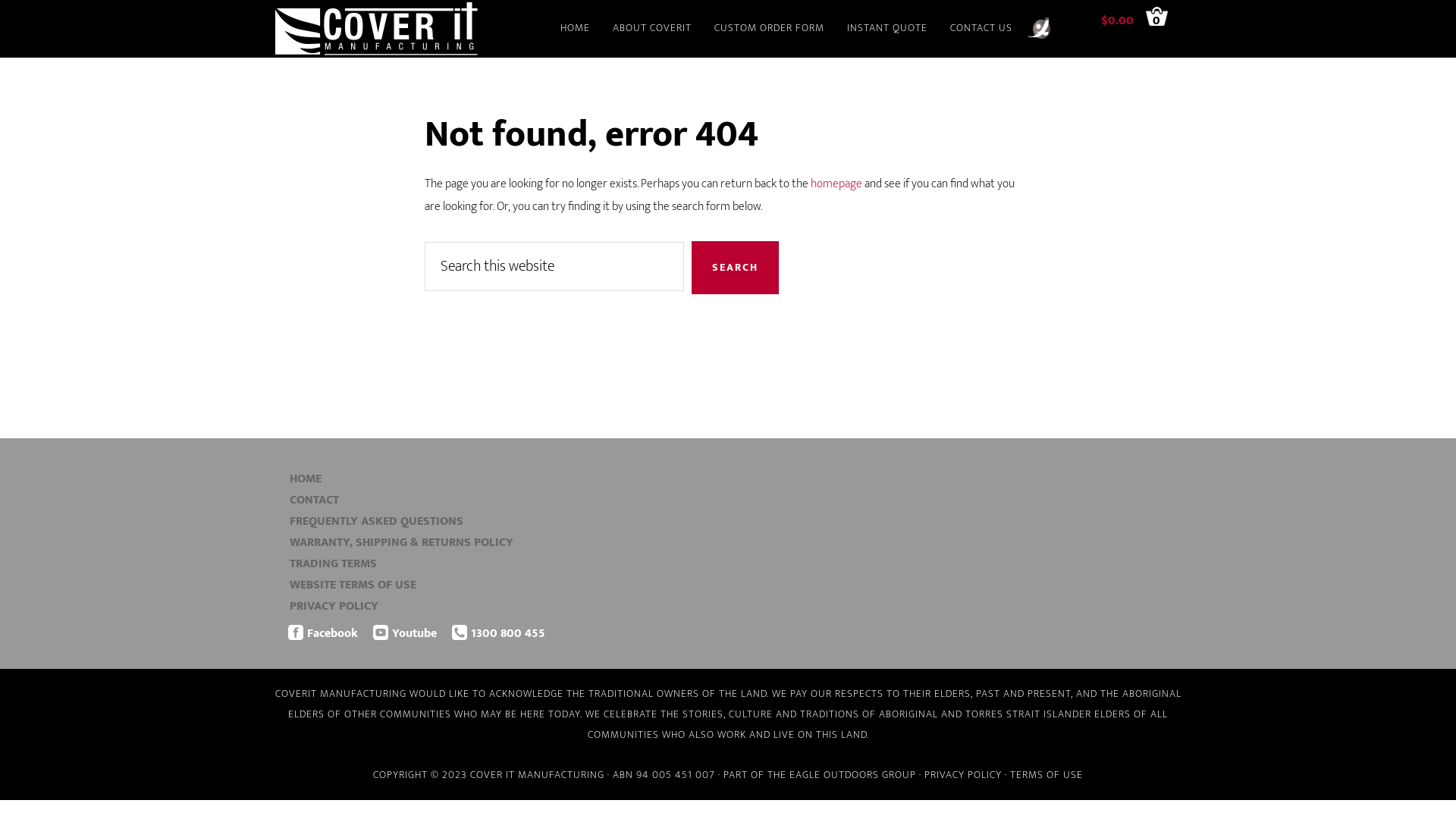 Image resolution: width=1456 pixels, height=819 pixels. Describe the element at coordinates (1123, 20) in the screenshot. I see `'$0.00'` at that location.